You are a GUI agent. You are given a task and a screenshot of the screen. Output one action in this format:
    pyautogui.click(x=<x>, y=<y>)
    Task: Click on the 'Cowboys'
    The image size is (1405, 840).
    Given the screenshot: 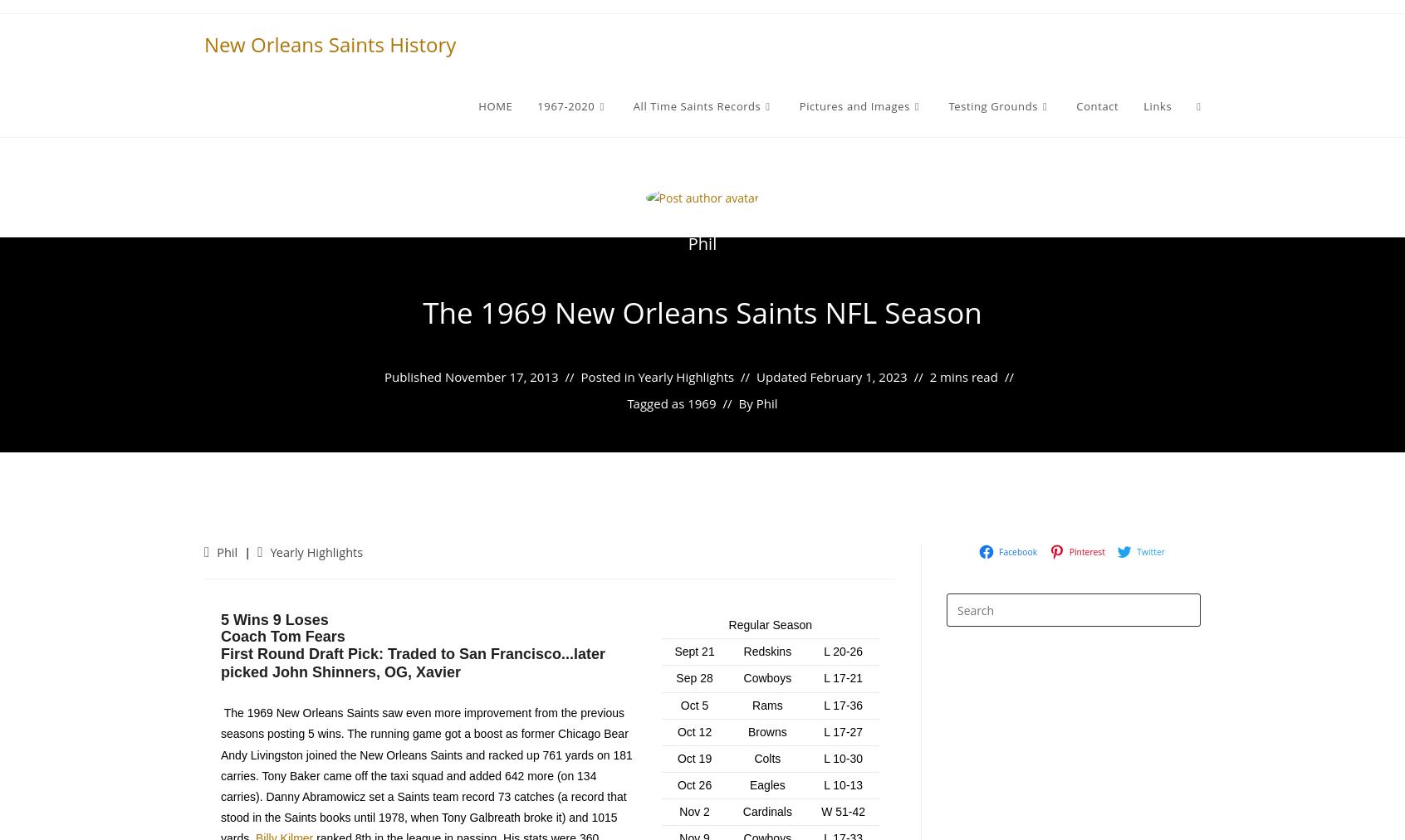 What is the action you would take?
    pyautogui.click(x=767, y=676)
    